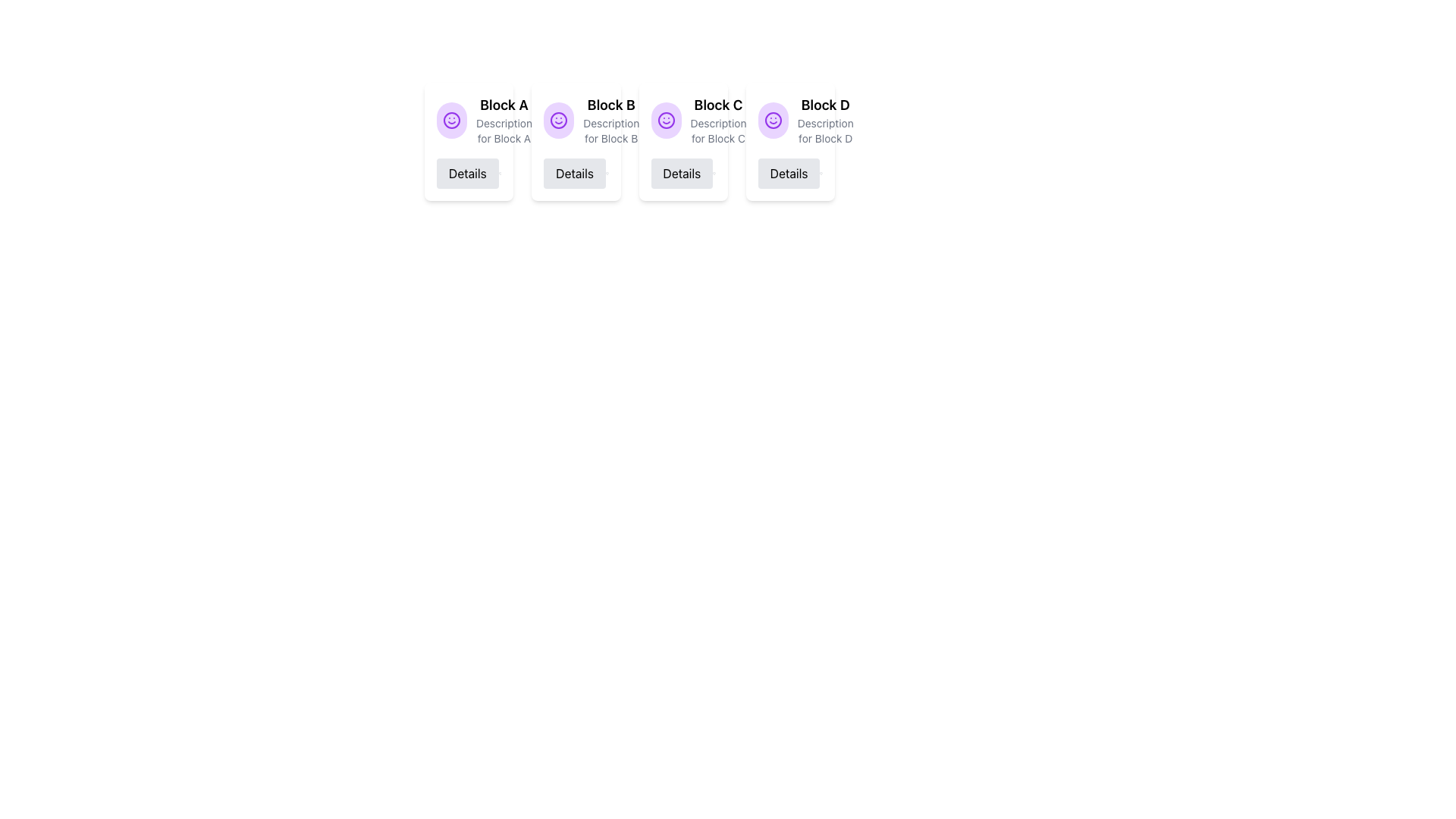 The width and height of the screenshot is (1456, 819). Describe the element at coordinates (682, 172) in the screenshot. I see `the 'Details' button located in the 'Block C' card to trigger a visual effect` at that location.